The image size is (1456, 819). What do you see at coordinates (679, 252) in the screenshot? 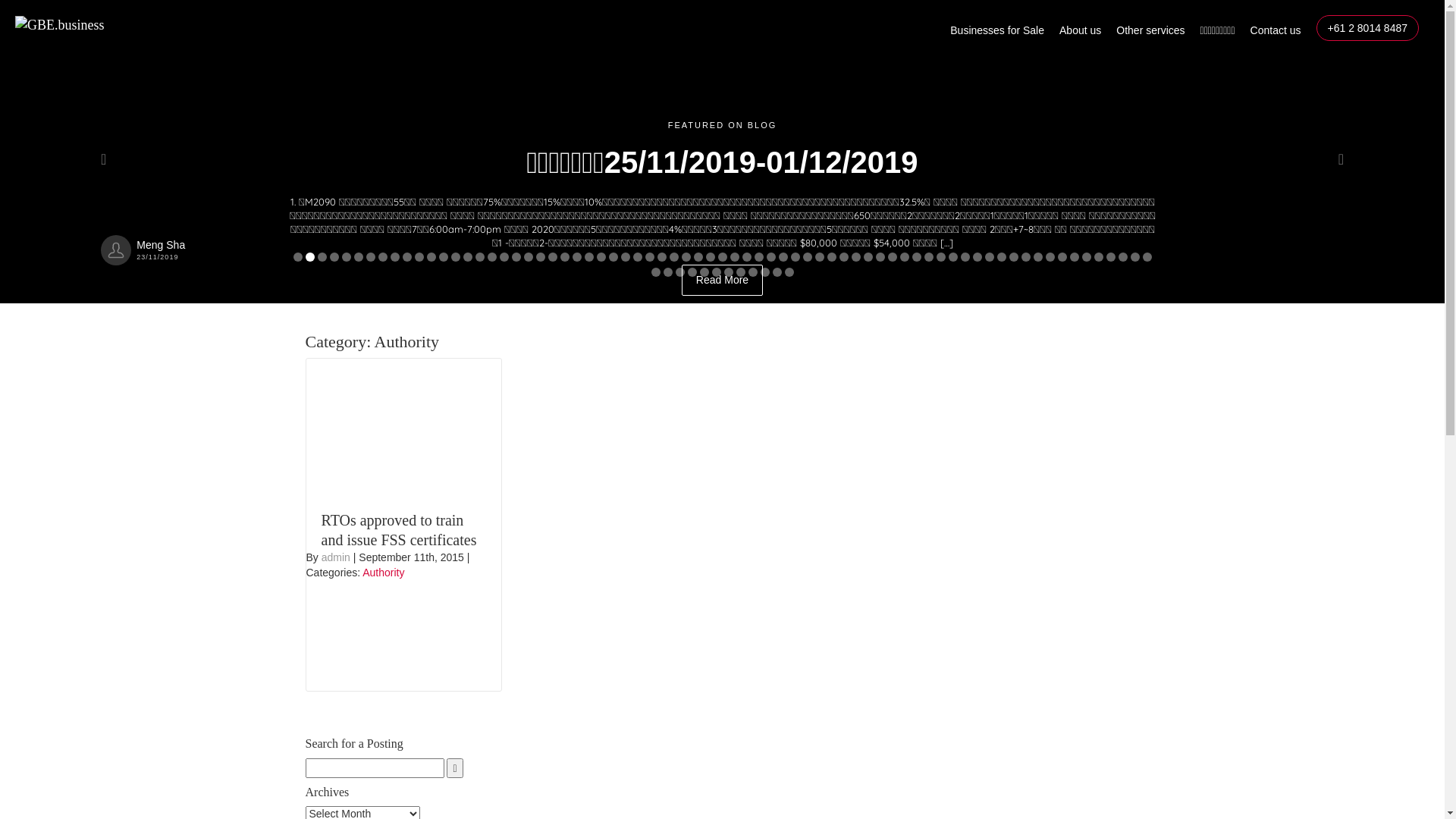
I see `'Read More'` at bounding box center [679, 252].